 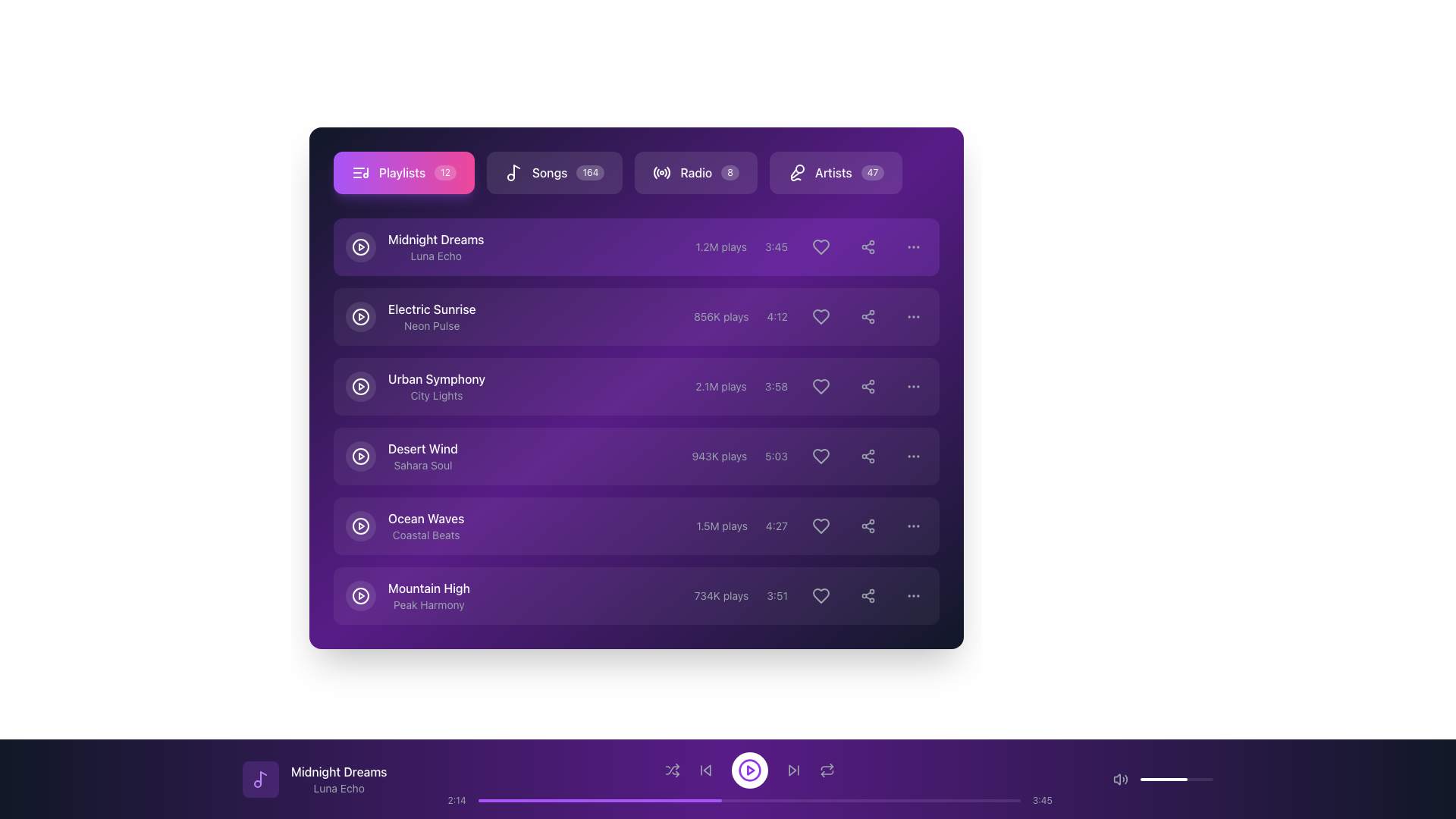 What do you see at coordinates (636, 315) in the screenshot?
I see `the second list item in the playlist interface, which displays details about the track 'Electric Sunrise'` at bounding box center [636, 315].